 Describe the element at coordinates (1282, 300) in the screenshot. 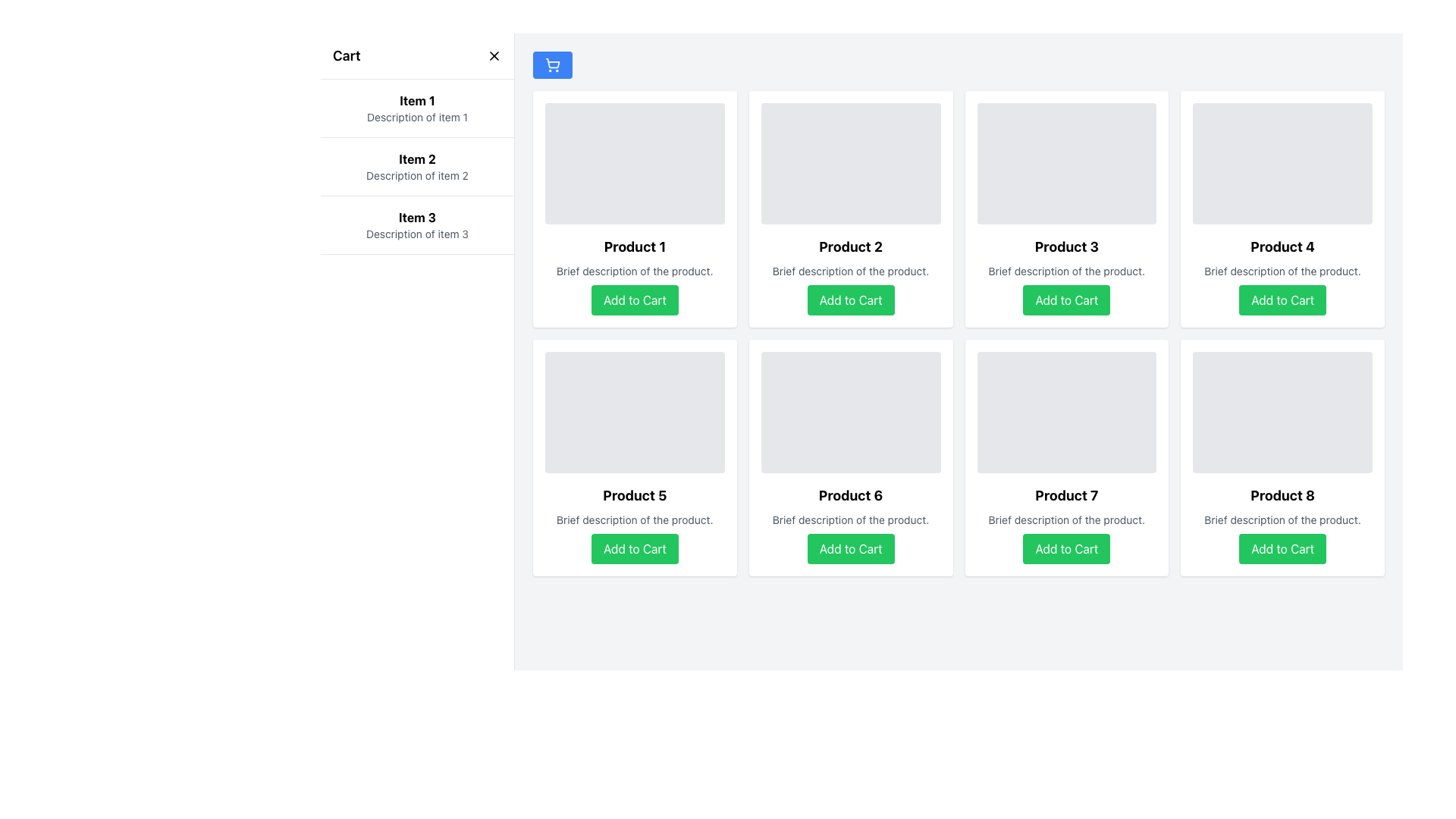

I see `the 'Add to Cart' button for 'Product 4' located at the bottom of the product card beneath the brief description` at that location.